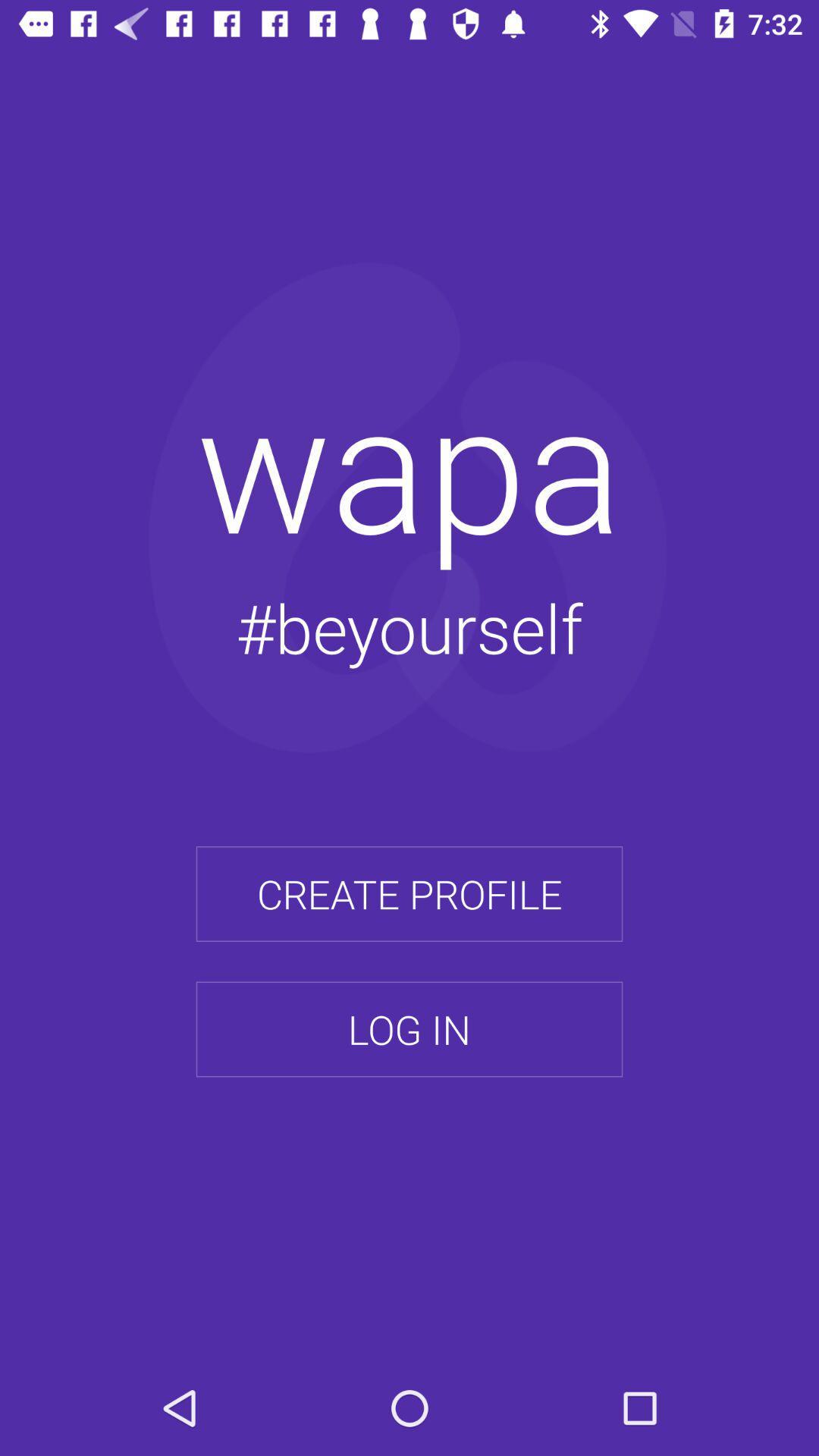  What do you see at coordinates (409, 1029) in the screenshot?
I see `the log in` at bounding box center [409, 1029].